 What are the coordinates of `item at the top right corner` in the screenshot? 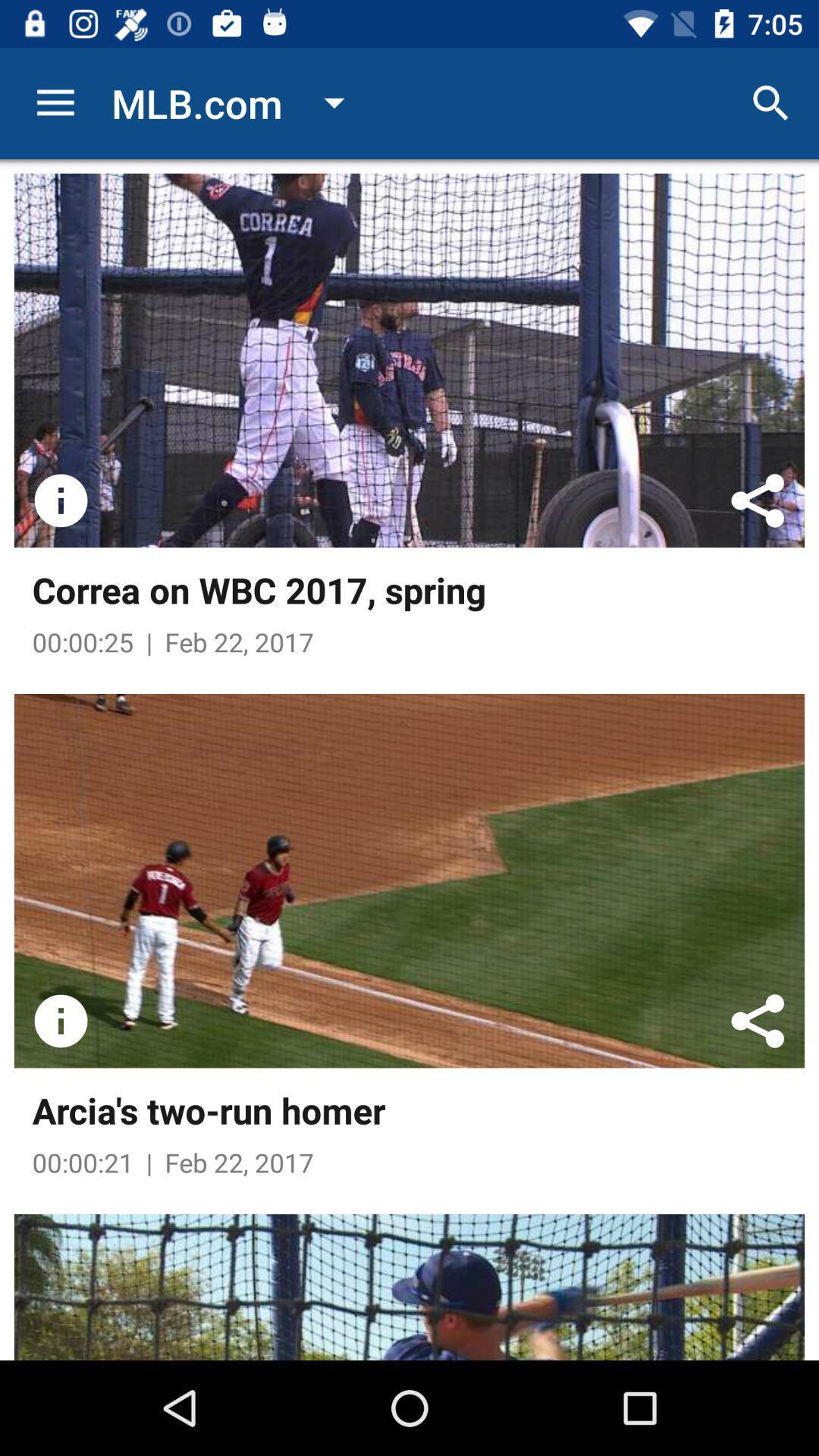 It's located at (771, 102).